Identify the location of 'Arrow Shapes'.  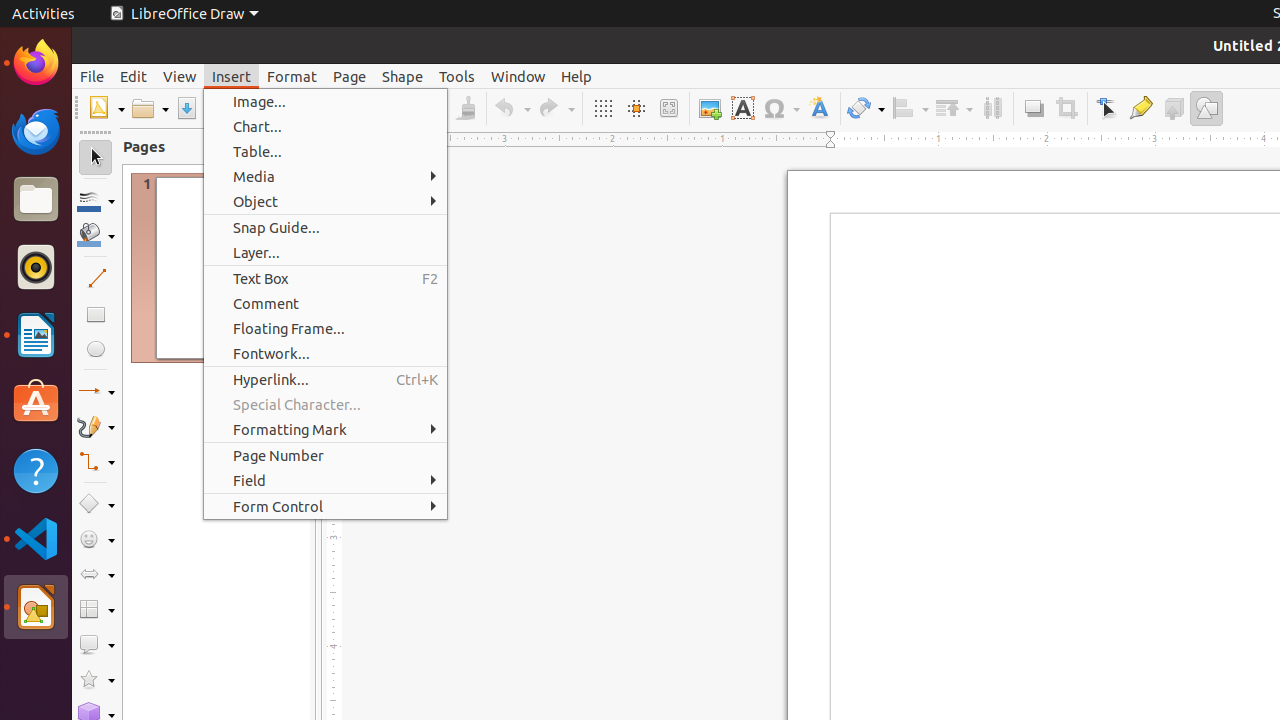
(95, 574).